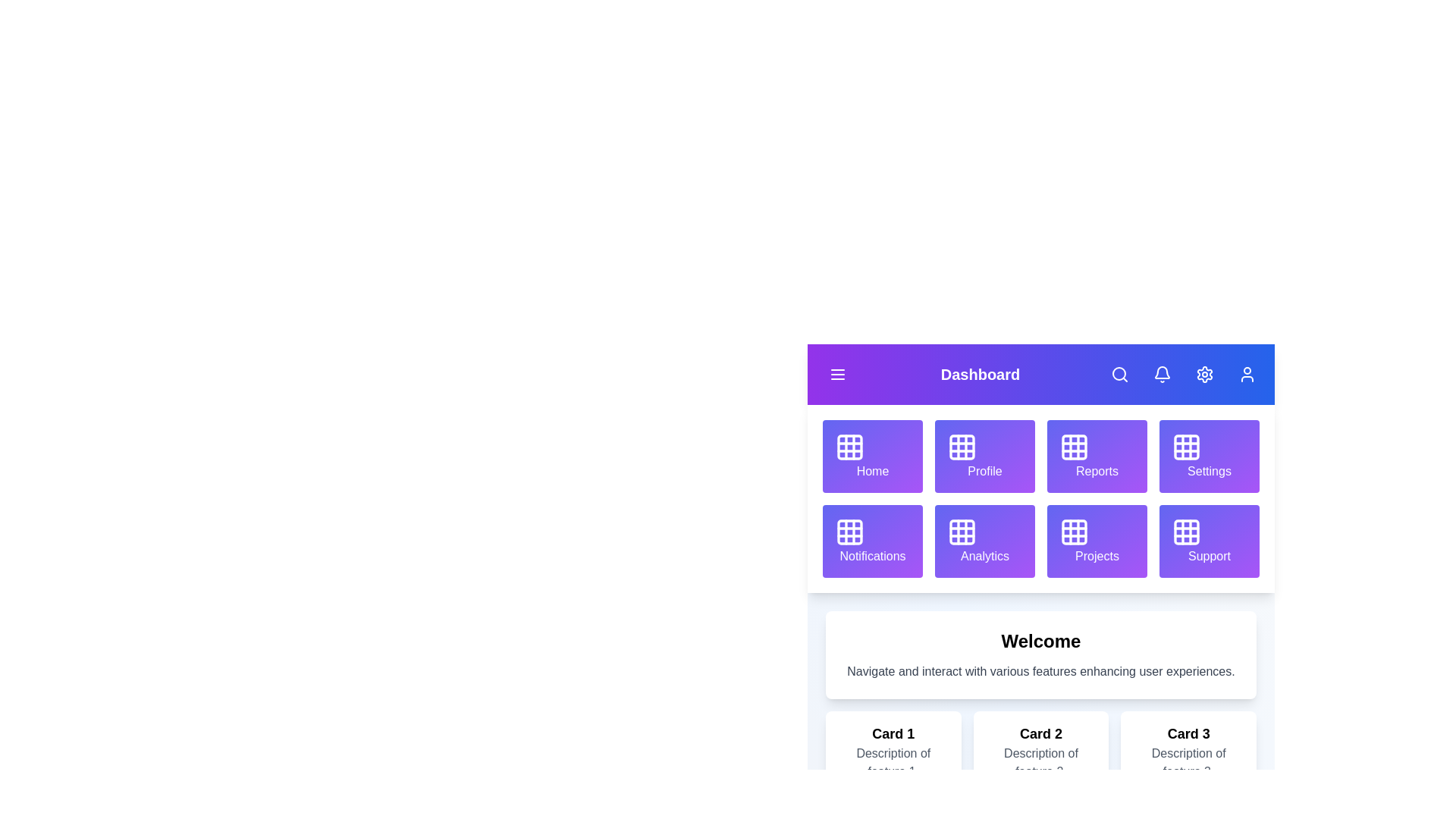 The width and height of the screenshot is (1456, 819). Describe the element at coordinates (1097, 540) in the screenshot. I see `the grid item labeled Projects to navigate to its section` at that location.